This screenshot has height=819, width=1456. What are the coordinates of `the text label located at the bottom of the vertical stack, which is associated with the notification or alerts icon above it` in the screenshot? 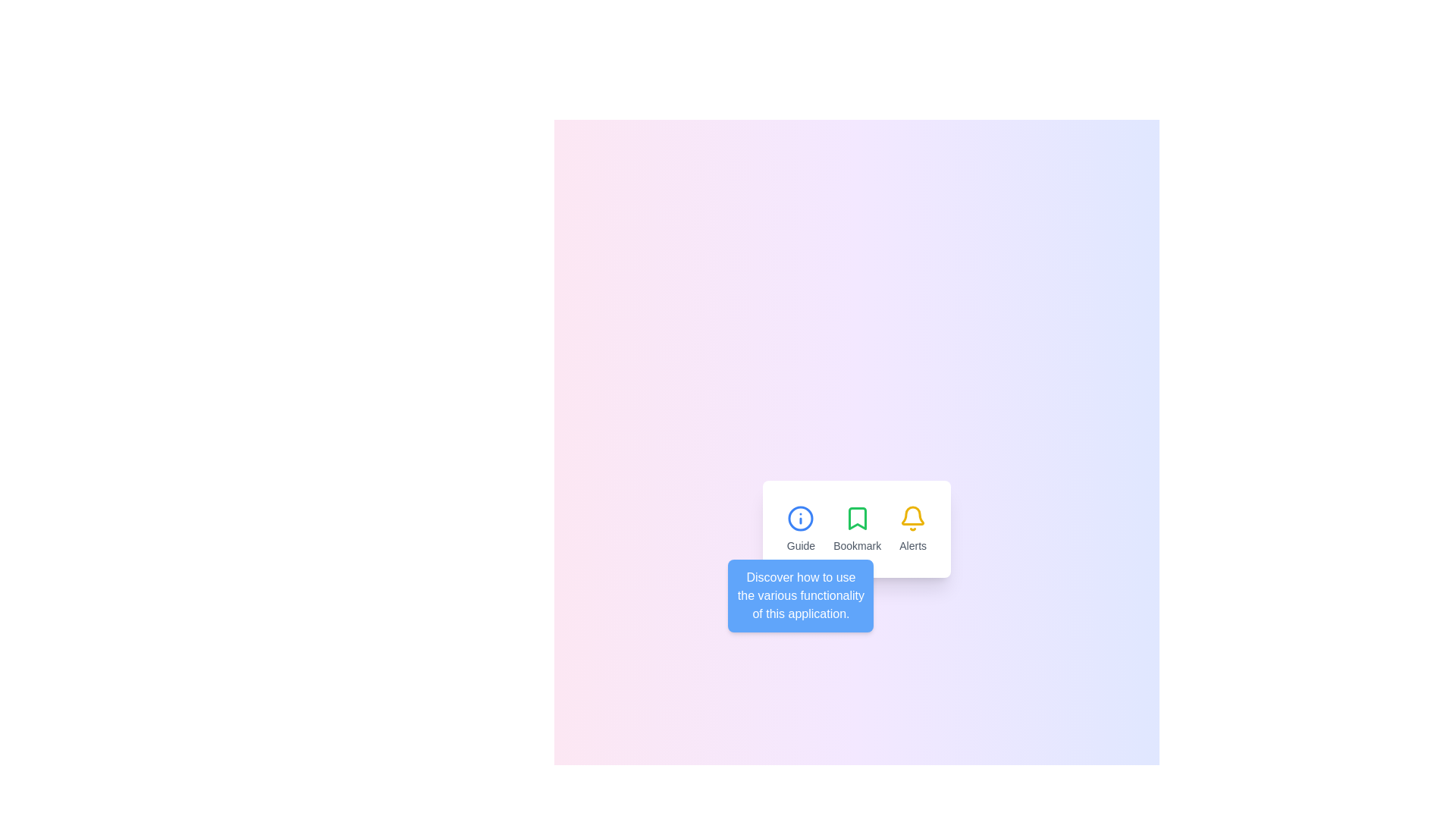 It's located at (912, 546).